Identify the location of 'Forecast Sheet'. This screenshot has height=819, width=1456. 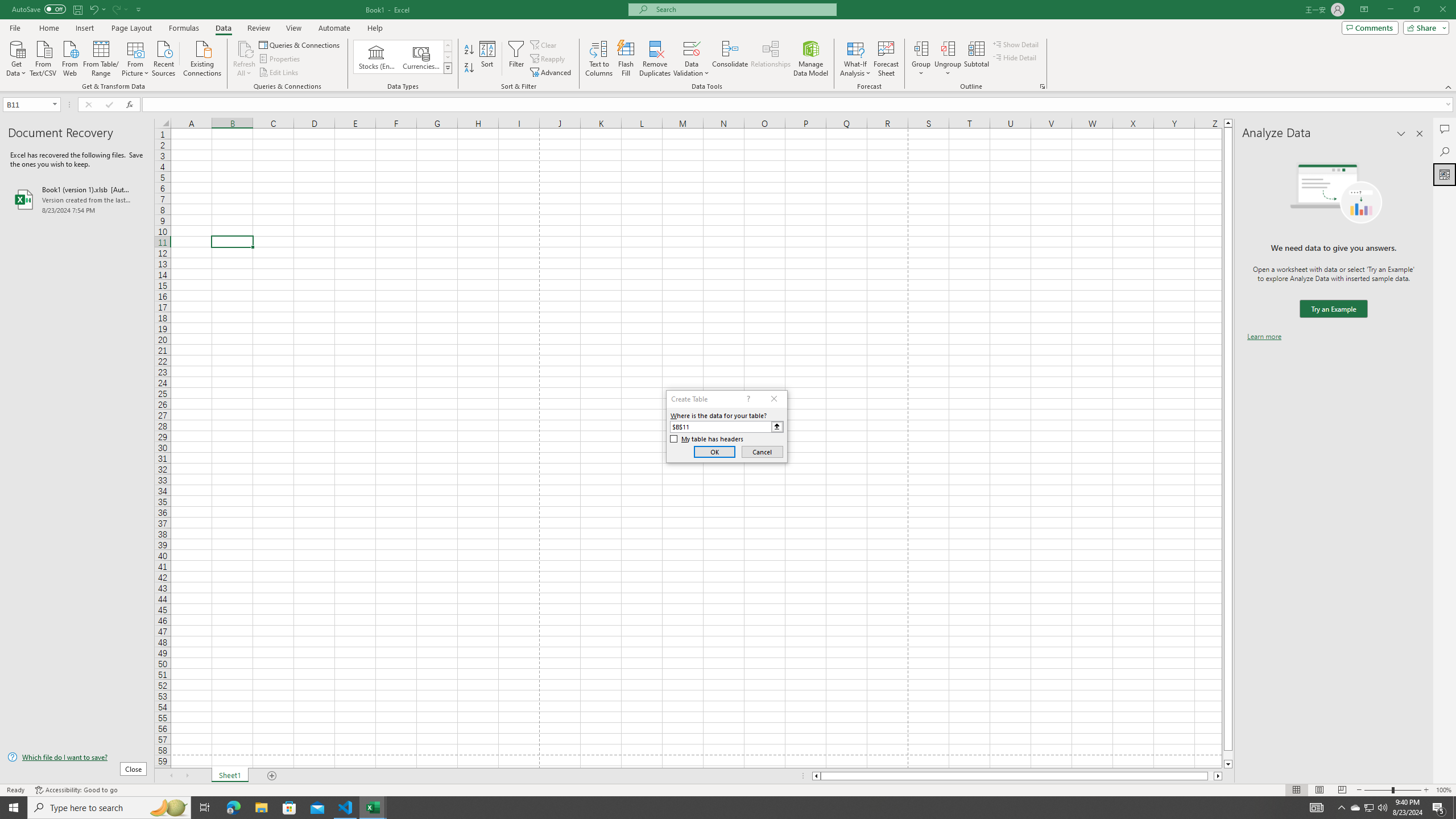
(886, 59).